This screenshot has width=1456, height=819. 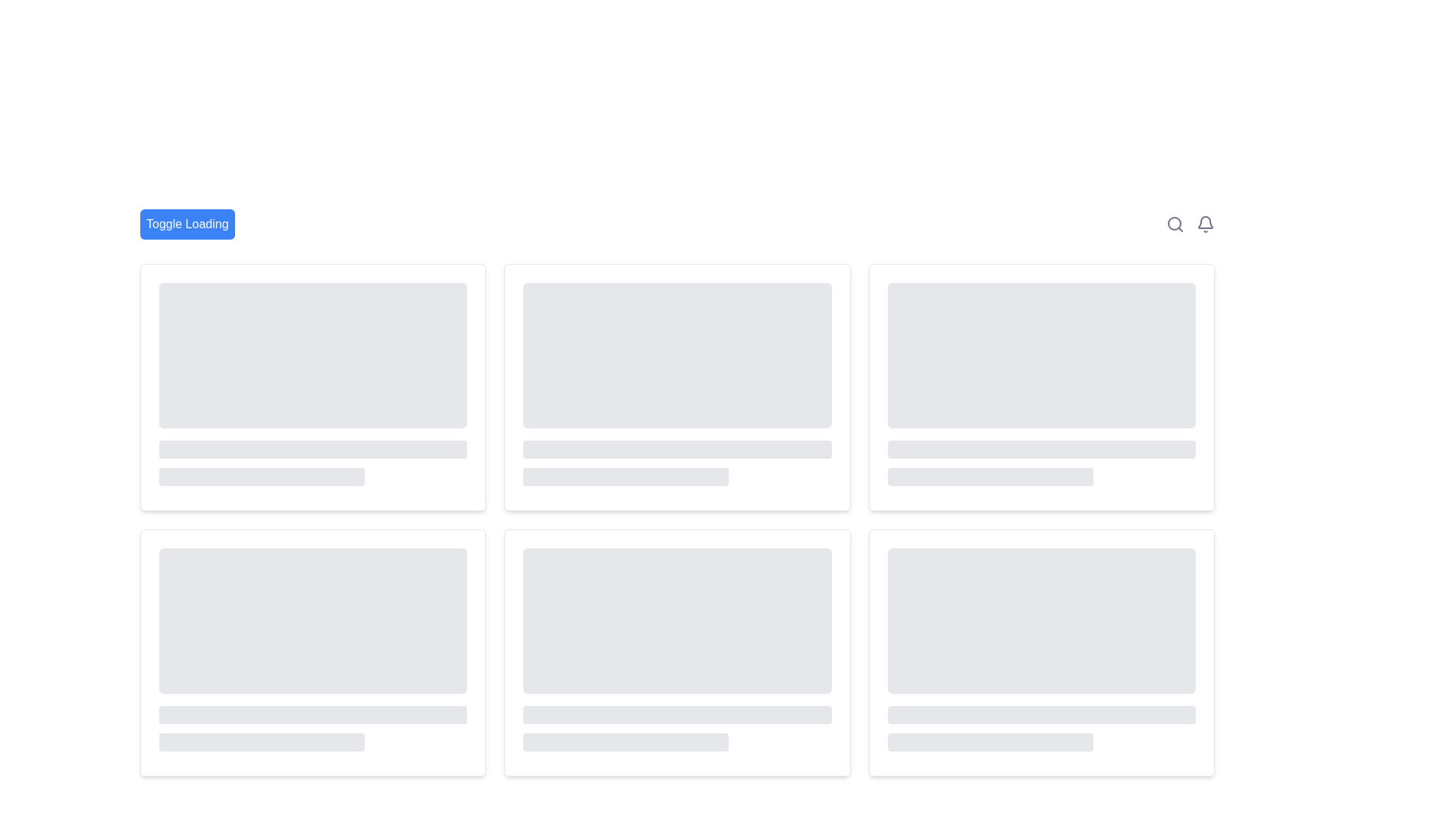 I want to click on the first Placeholder Card in the grid layout, located at the top-left corner, to indicate loading state, so click(x=312, y=386).